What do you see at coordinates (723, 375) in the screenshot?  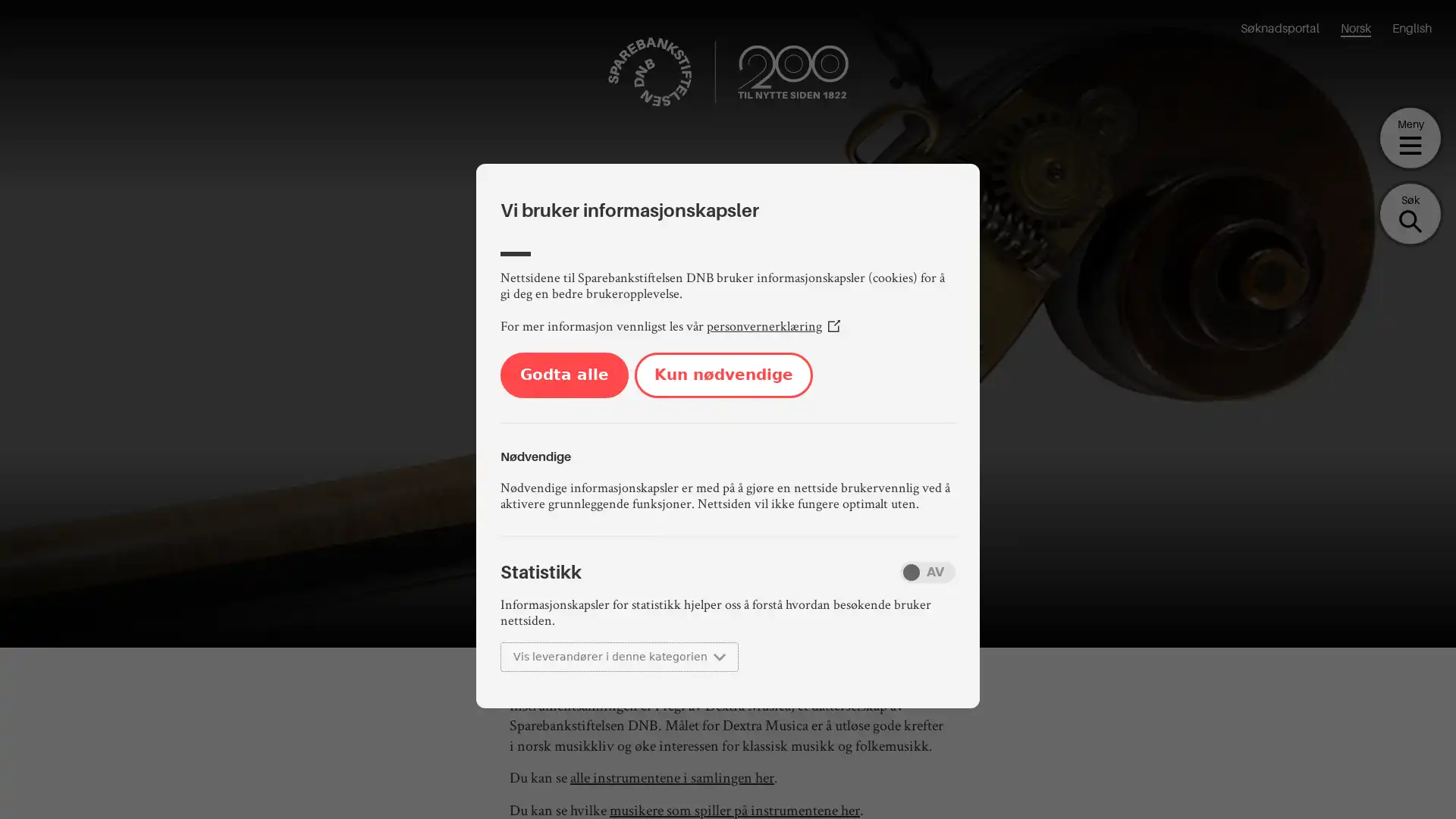 I see `Kun ndvendige` at bounding box center [723, 375].